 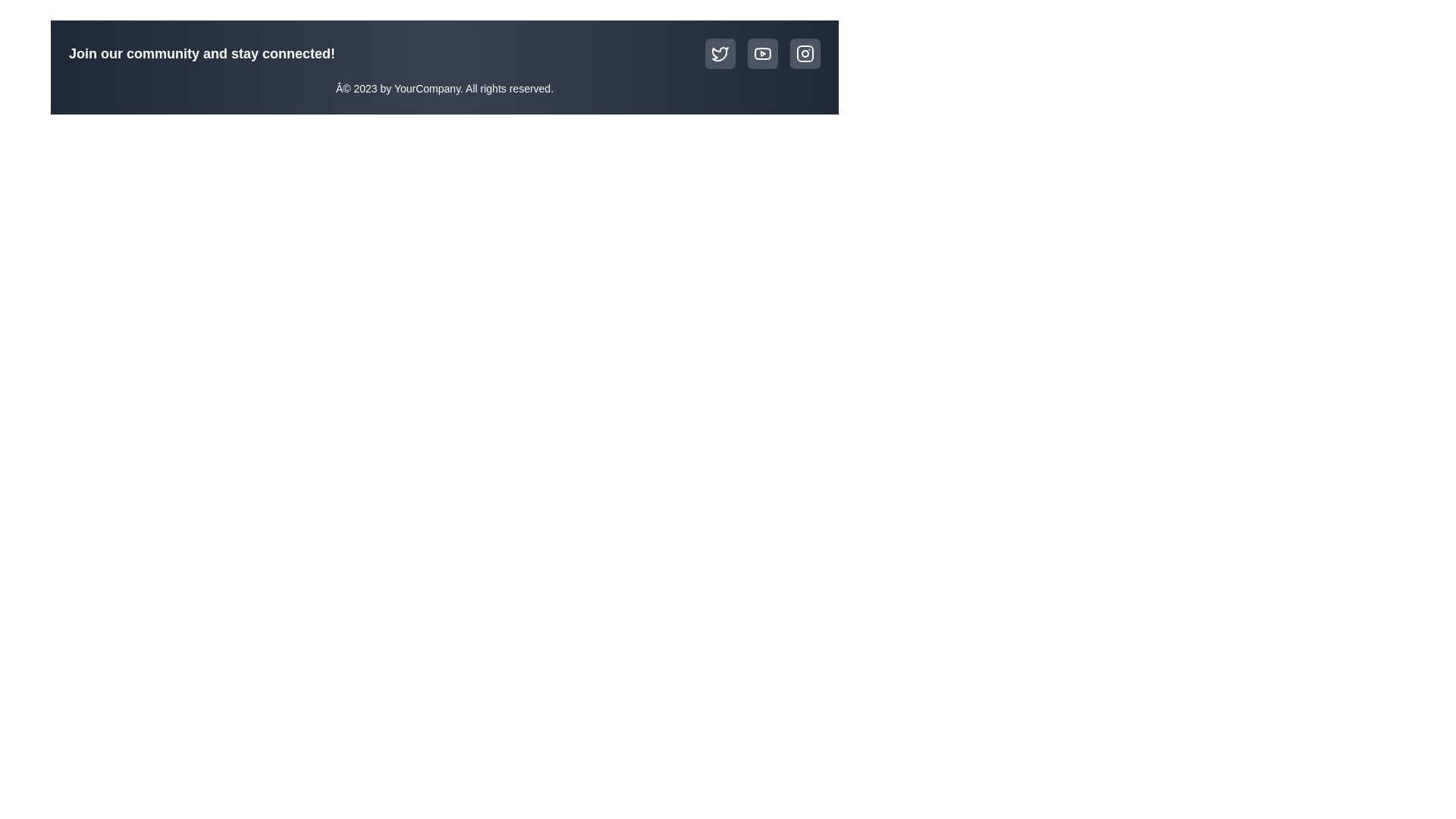 I want to click on the Twitter icon button, which is a white bird silhouette located at the top-right corner of the footer section, so click(x=720, y=52).